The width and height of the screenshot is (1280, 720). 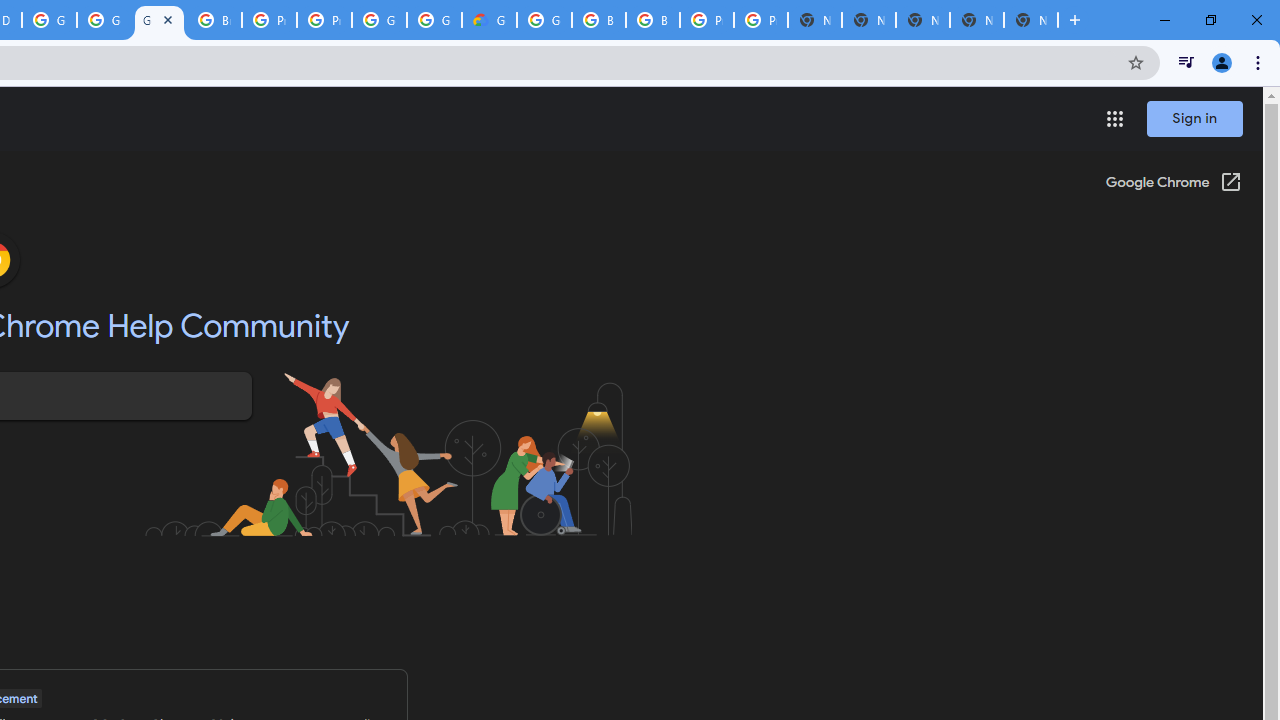 What do you see at coordinates (1173, 183) in the screenshot?
I see `'Google Chrome (Open in a new window)'` at bounding box center [1173, 183].